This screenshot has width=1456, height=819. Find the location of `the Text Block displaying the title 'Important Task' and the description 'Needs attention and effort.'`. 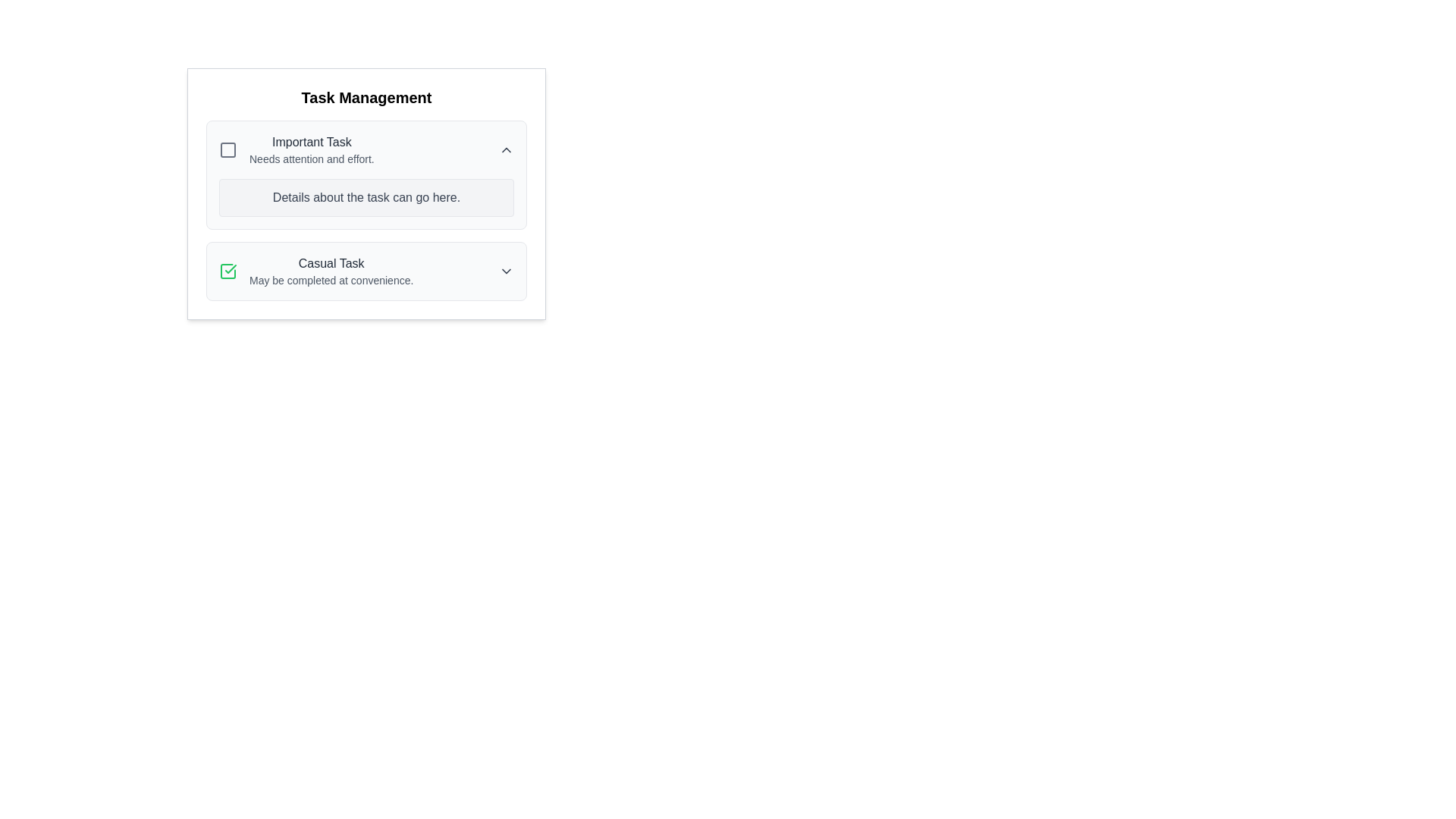

the Text Block displaying the title 'Important Task' and the description 'Needs attention and effort.' is located at coordinates (311, 149).